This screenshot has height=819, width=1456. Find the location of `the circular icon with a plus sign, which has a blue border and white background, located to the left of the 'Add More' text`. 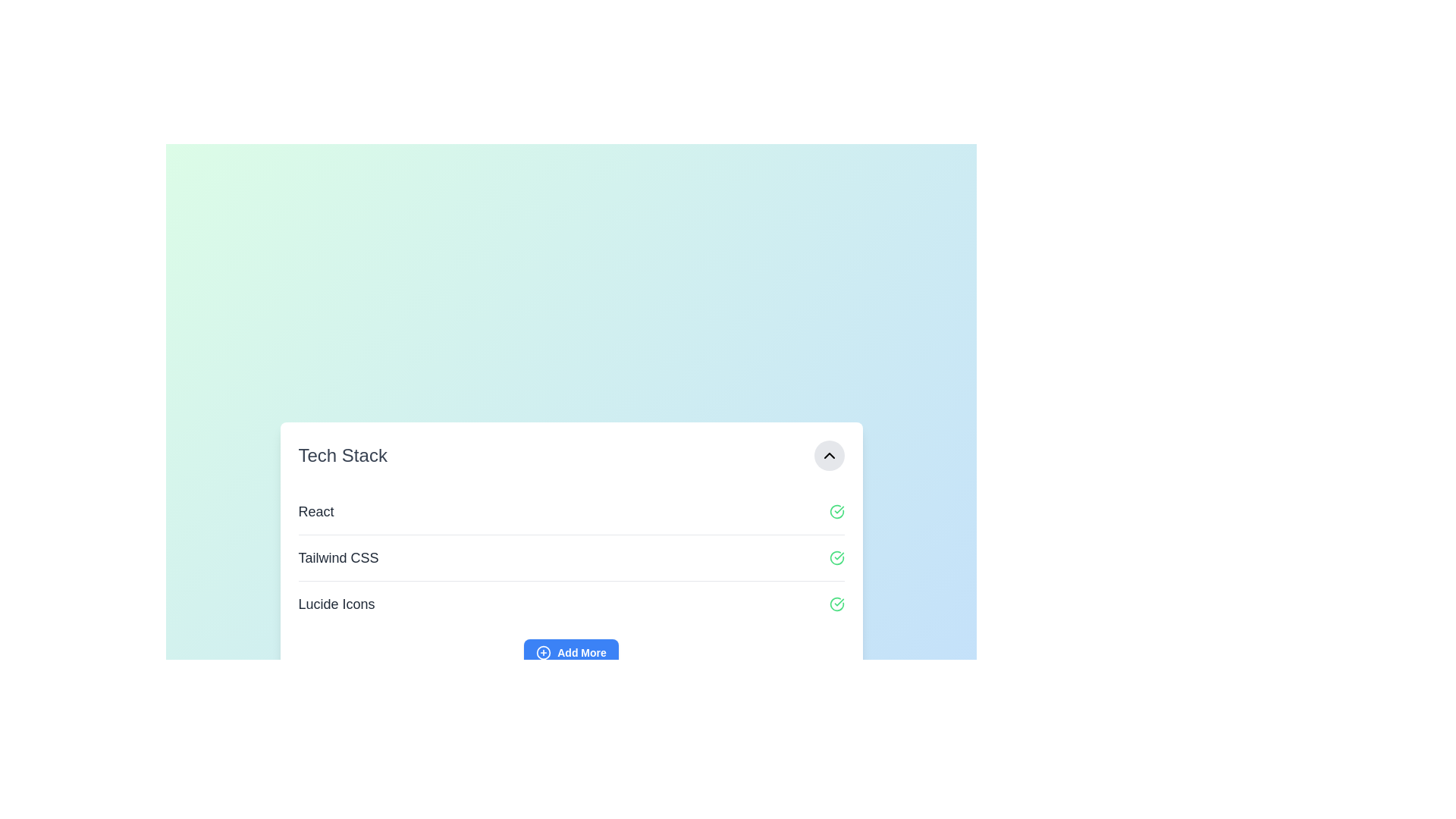

the circular icon with a plus sign, which has a blue border and white background, located to the left of the 'Add More' text is located at coordinates (544, 651).